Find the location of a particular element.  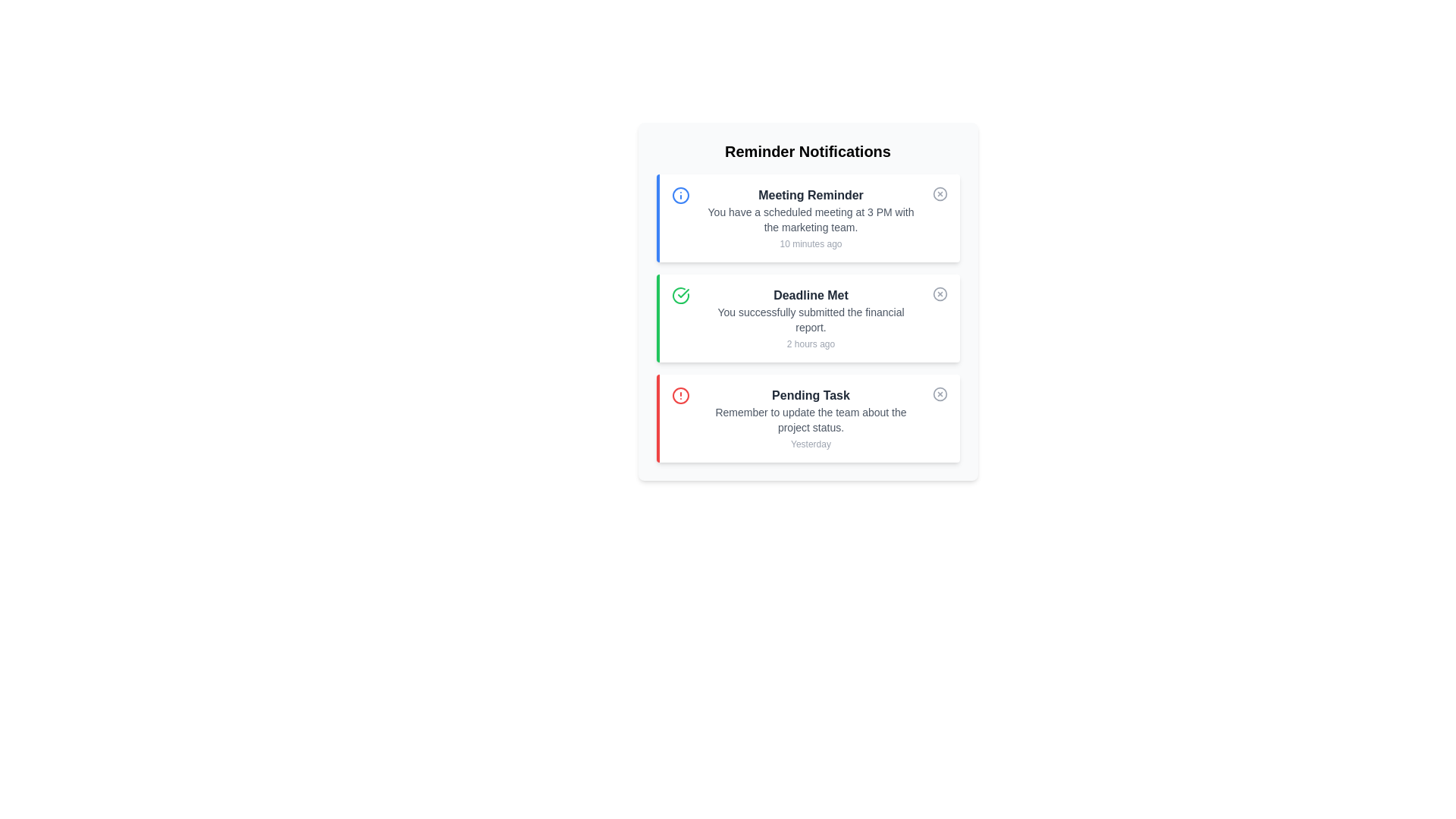

the text displaying the time since the related activity in the 'Deadline Met' notification card, located below 'You successfully submitted the financial report.' is located at coordinates (810, 344).